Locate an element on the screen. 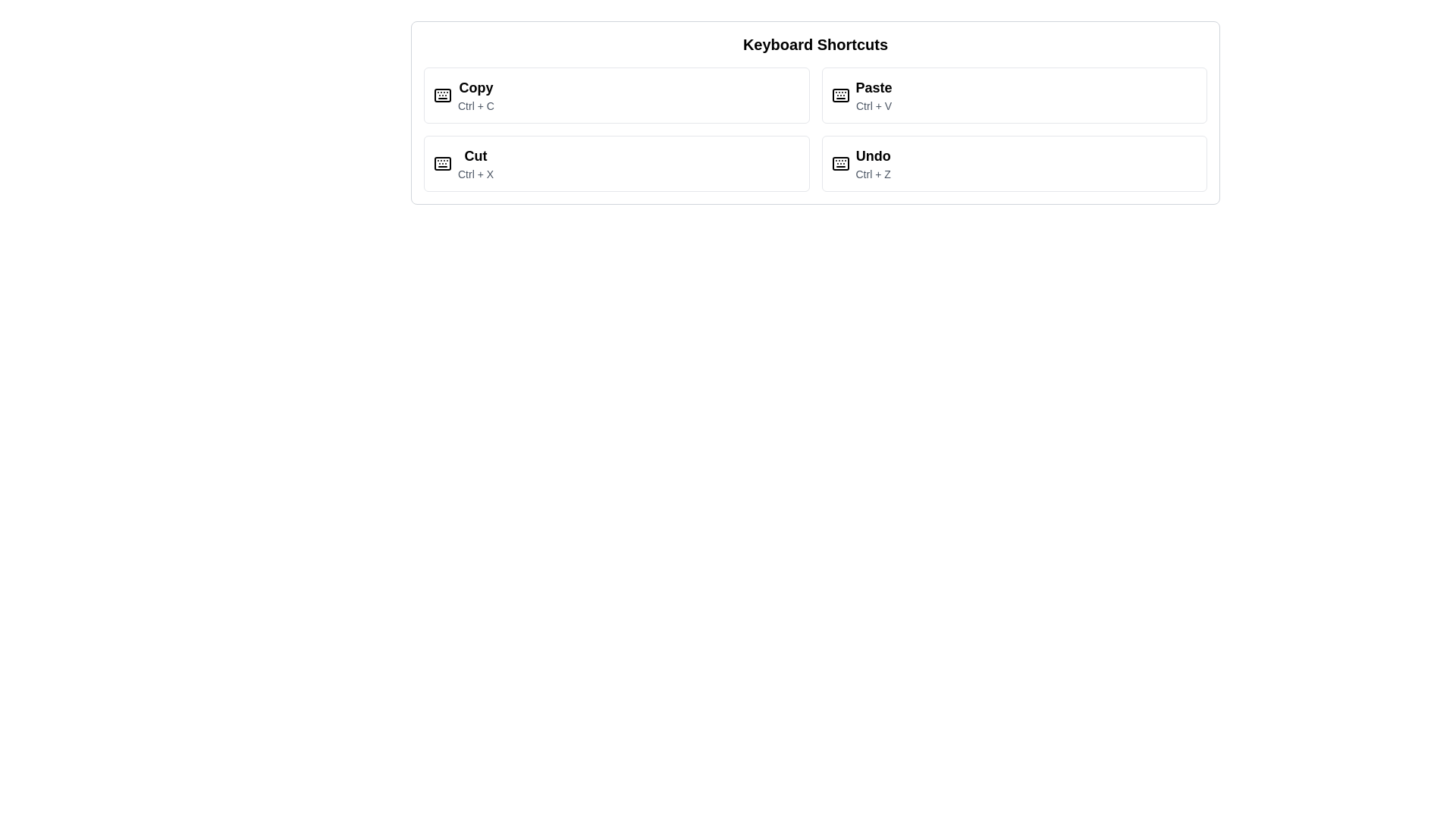 This screenshot has width=1456, height=819. the static text label that indicates the 'Undo' command associated with the keyboard shortcut 'Ctrl + Z', located in the bottom right of a 2x2 grid of keyboard shortcuts is located at coordinates (873, 155).